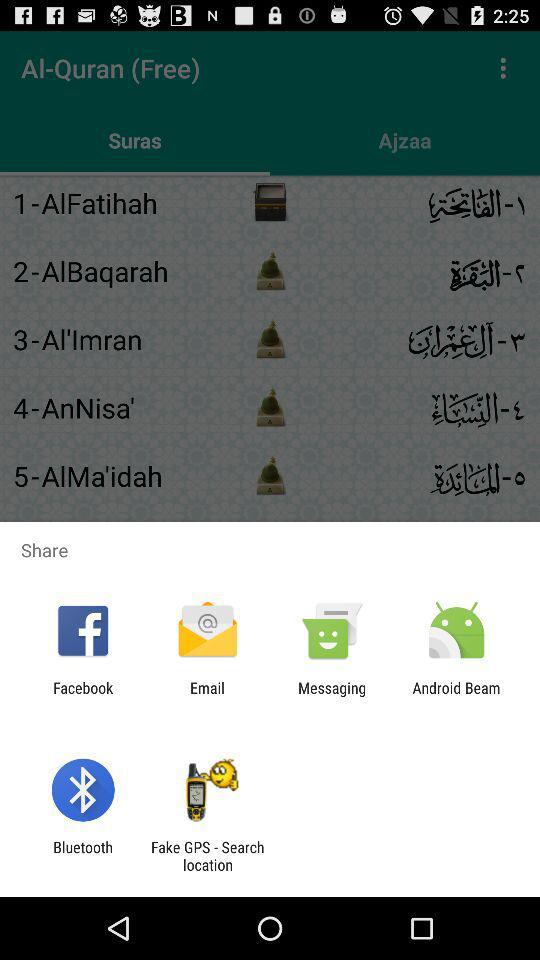  Describe the element at coordinates (206, 696) in the screenshot. I see `the email icon` at that location.